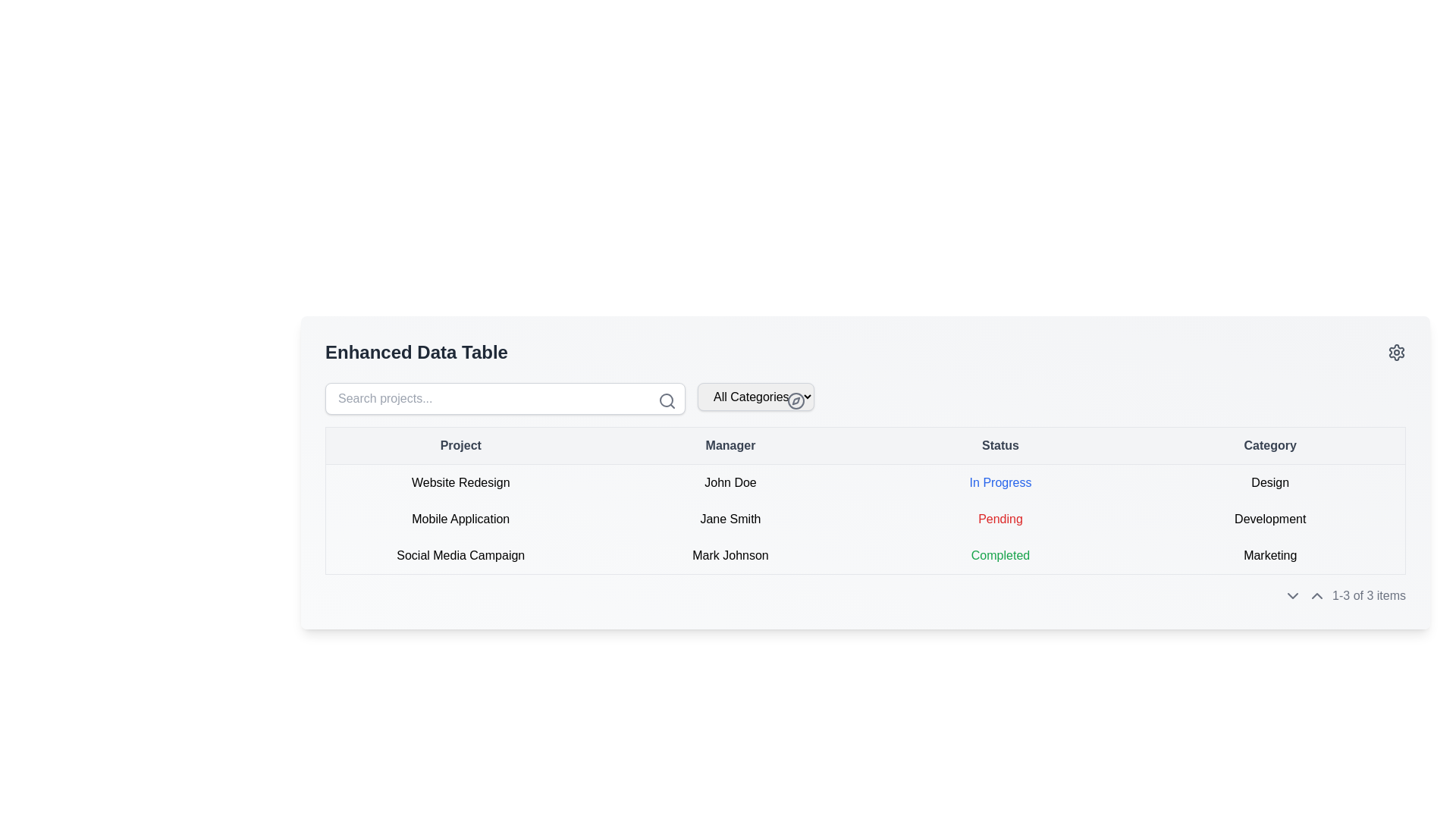 The image size is (1456, 819). What do you see at coordinates (1000, 518) in the screenshot?
I see `the 'Pending' text label in red color, located in the second row of the 'Status' column for the 'Mobile Application' project managed by Jane Smith` at bounding box center [1000, 518].